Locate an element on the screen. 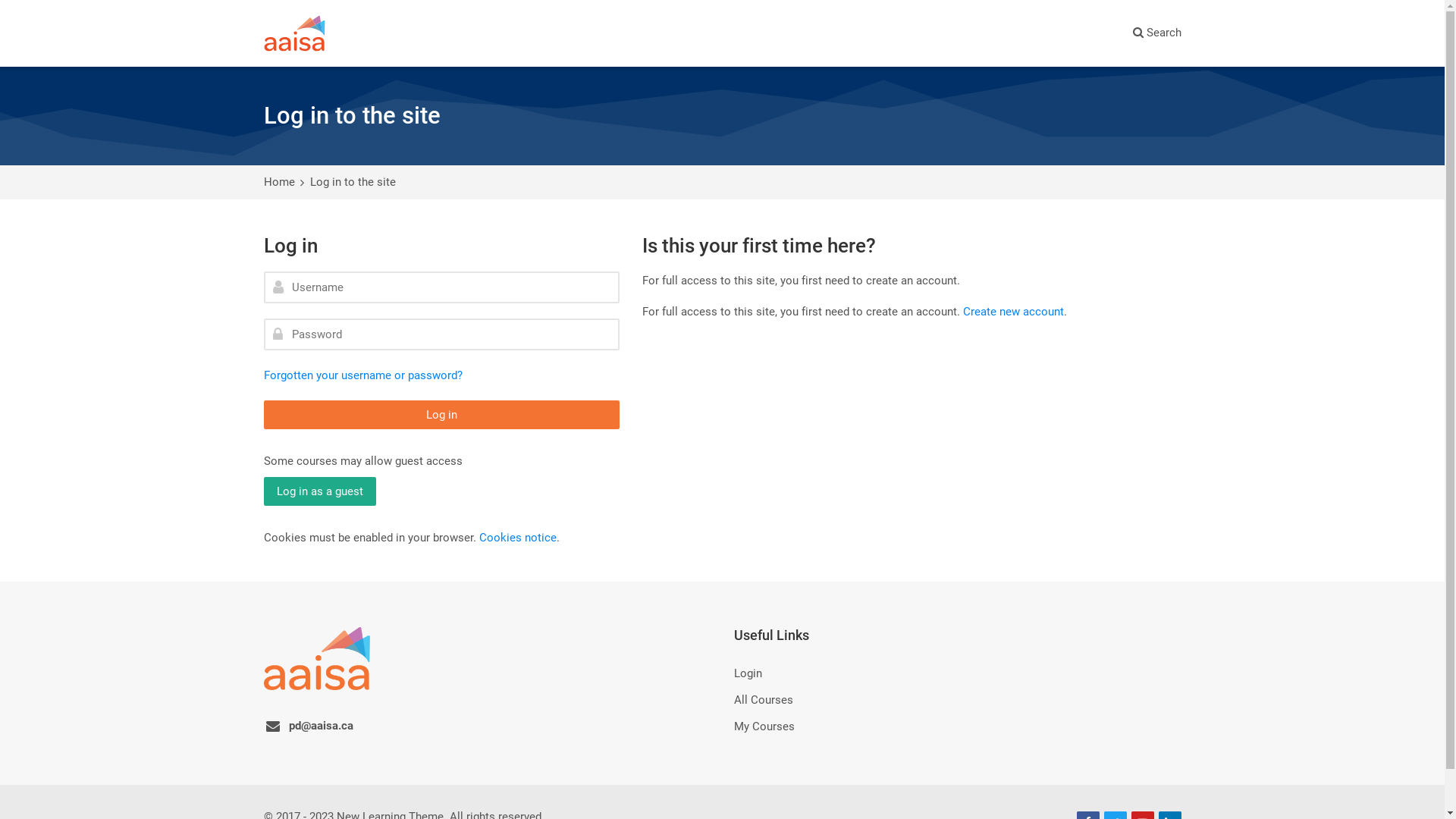 The width and height of the screenshot is (1456, 819). 'All Courses' is located at coordinates (764, 699).